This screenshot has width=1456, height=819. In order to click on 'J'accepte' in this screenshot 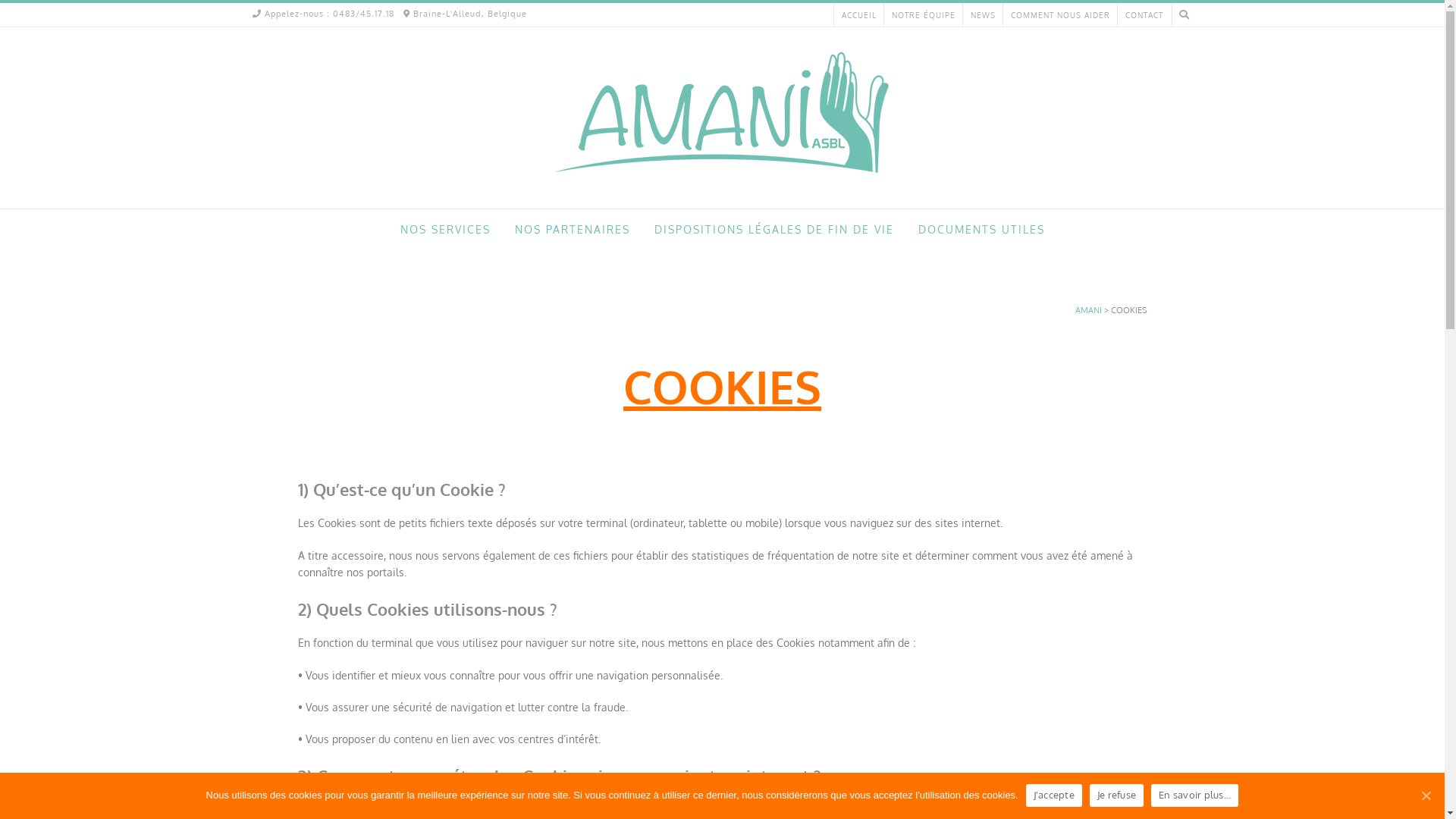, I will do `click(1053, 795)`.